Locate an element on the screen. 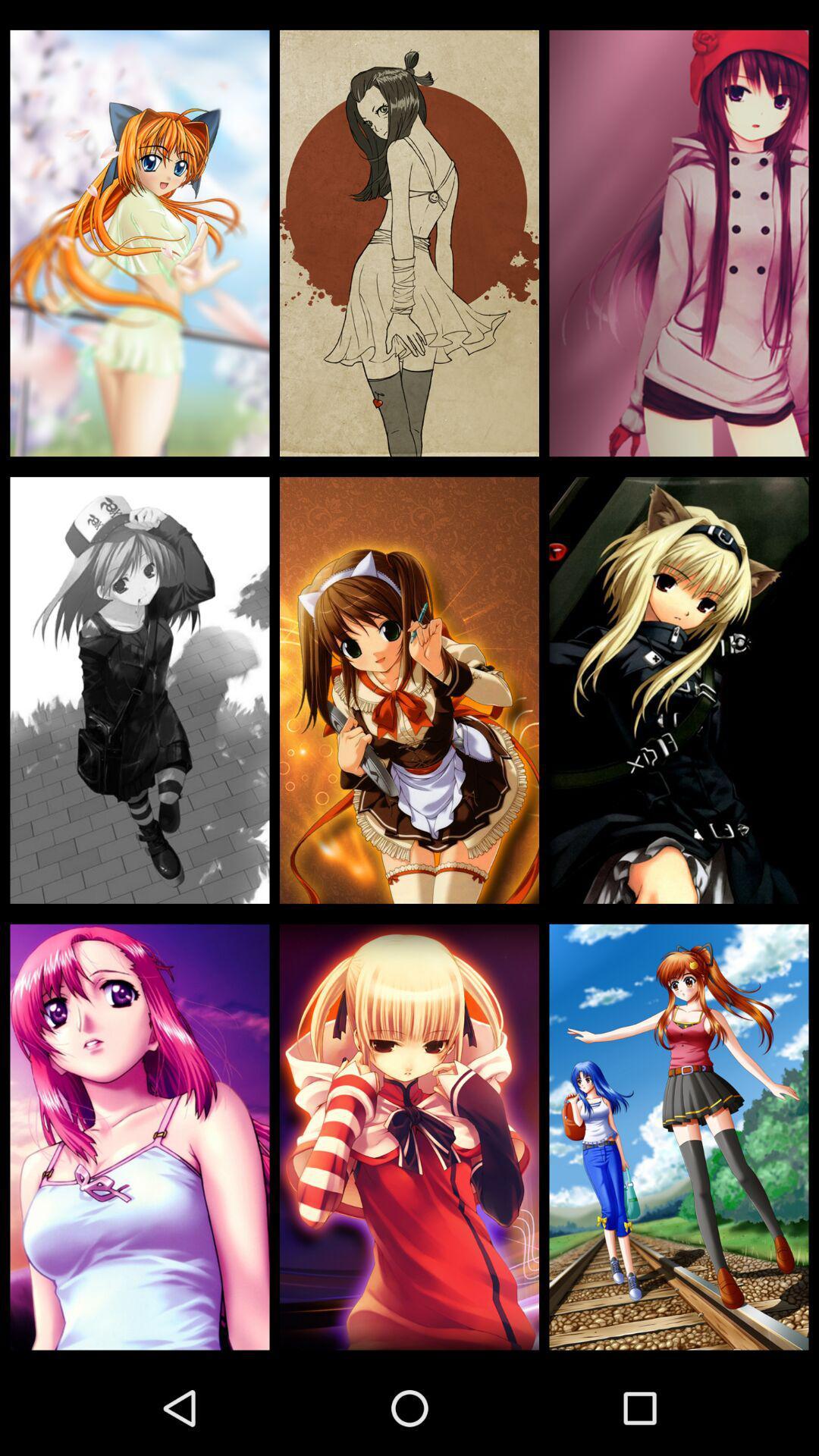 The width and height of the screenshot is (819, 1456). the item at the top left corner is located at coordinates (140, 243).